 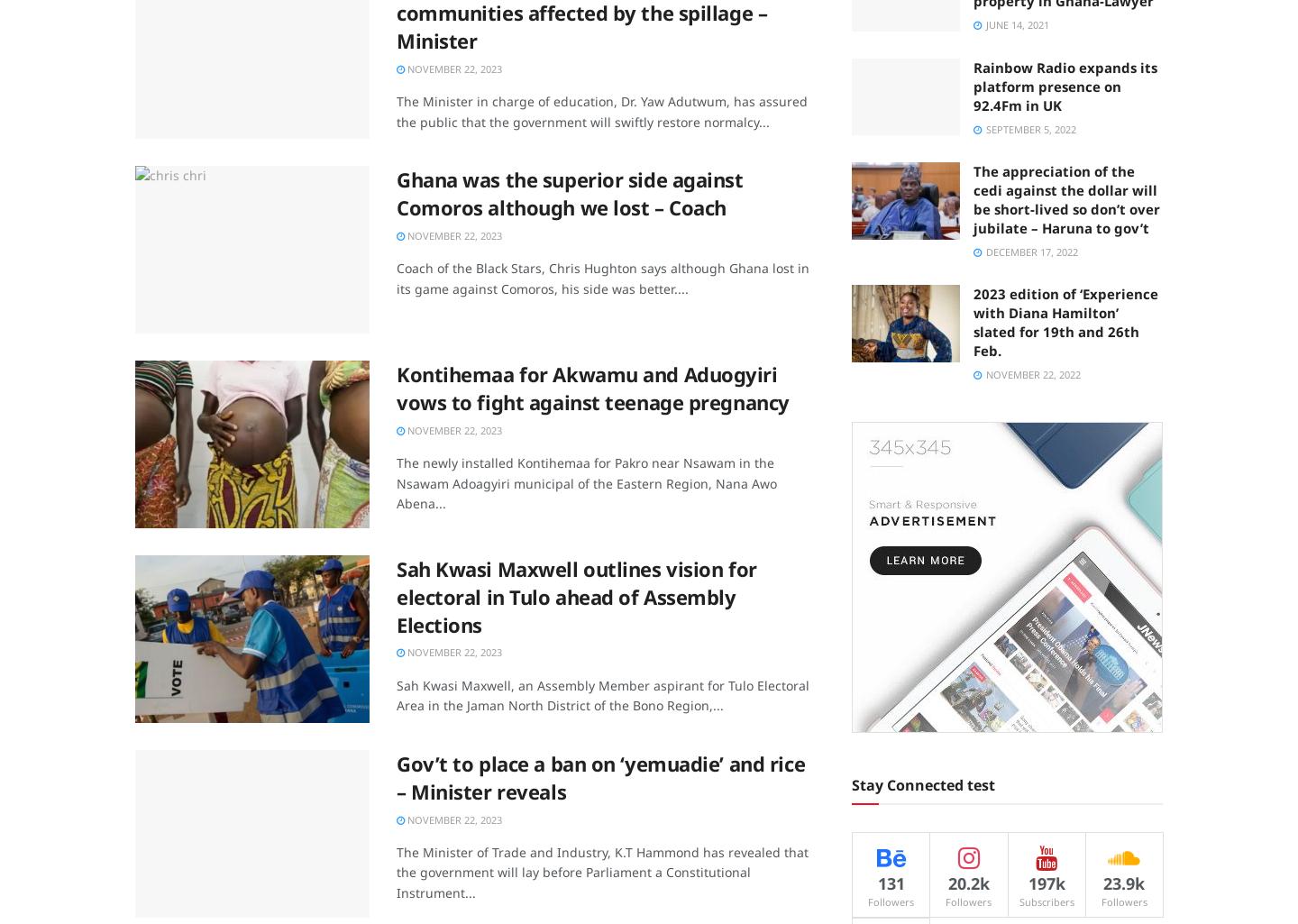 I want to click on 'Sah Kwasi Maxwell, an Assembly Member aspirant for Tulo Electoral Area in the Jaman North District of the Bono Region,...', so click(x=603, y=695).